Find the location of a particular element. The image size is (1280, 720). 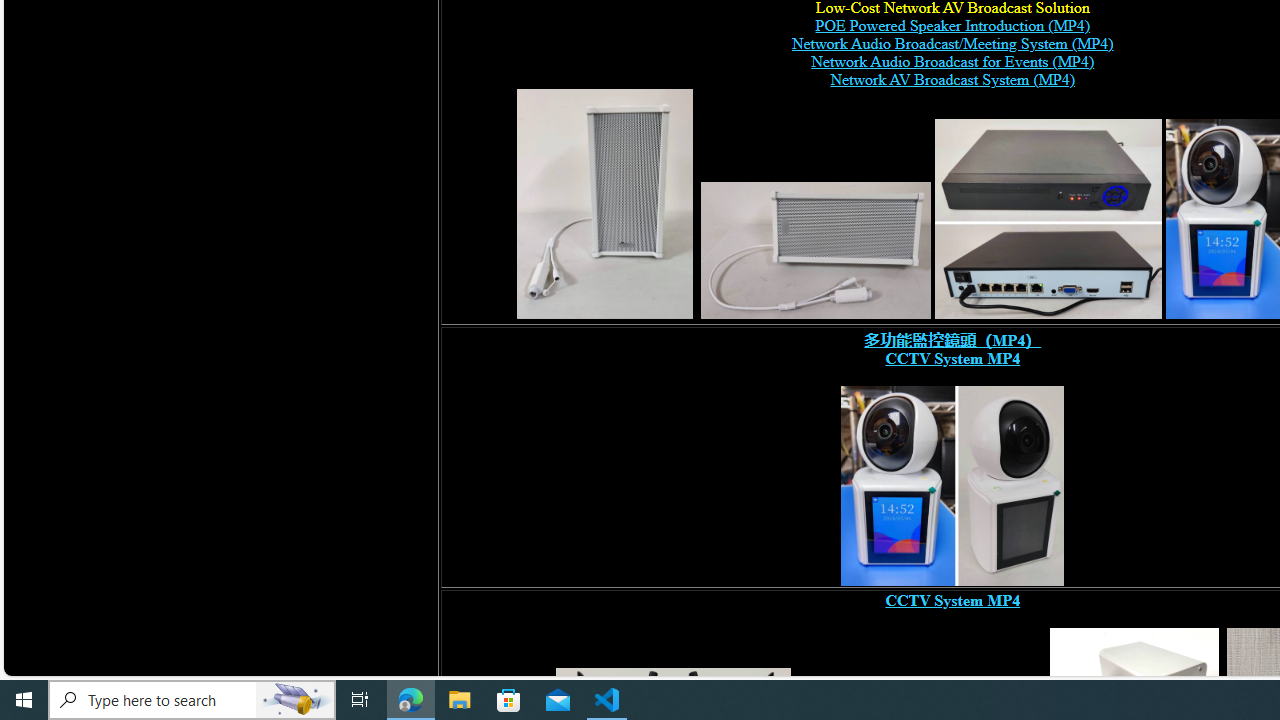

'Network Audio Broadcast/Meeting System (MP4)' is located at coordinates (951, 44).